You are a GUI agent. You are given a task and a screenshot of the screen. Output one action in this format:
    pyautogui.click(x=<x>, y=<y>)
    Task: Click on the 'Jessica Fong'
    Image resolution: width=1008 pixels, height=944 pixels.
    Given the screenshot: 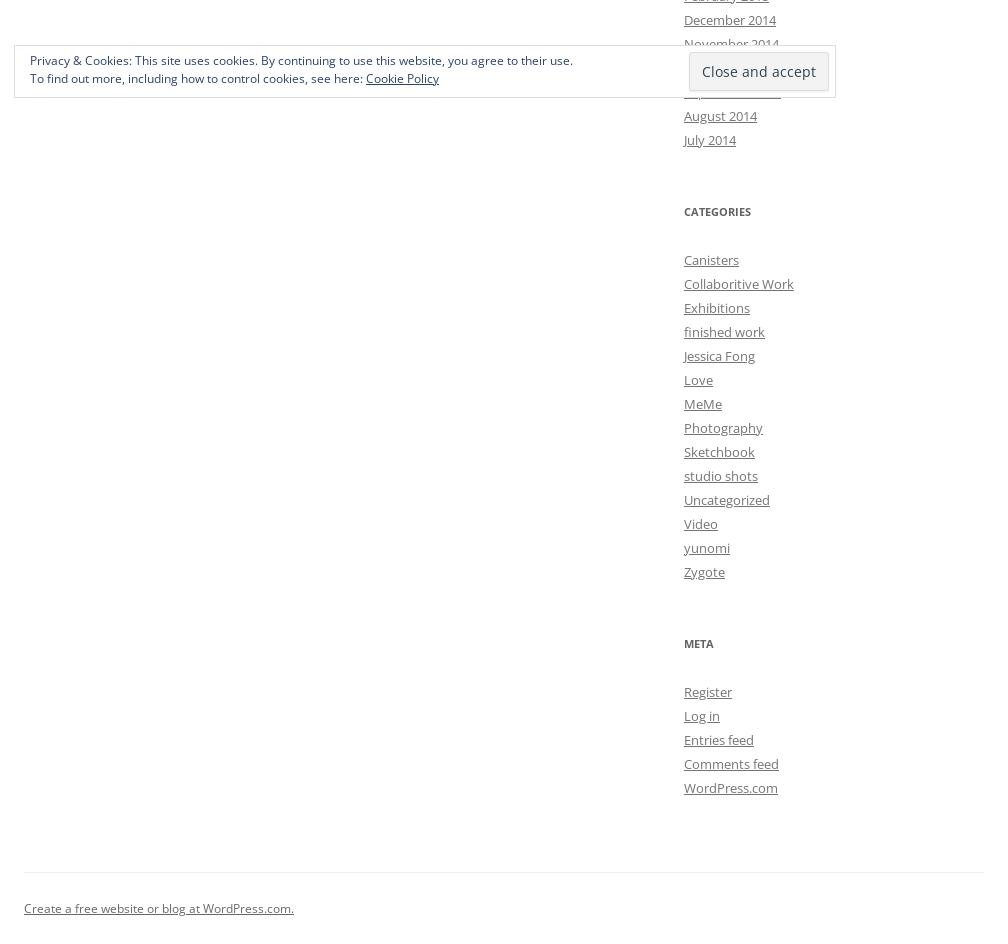 What is the action you would take?
    pyautogui.click(x=684, y=355)
    